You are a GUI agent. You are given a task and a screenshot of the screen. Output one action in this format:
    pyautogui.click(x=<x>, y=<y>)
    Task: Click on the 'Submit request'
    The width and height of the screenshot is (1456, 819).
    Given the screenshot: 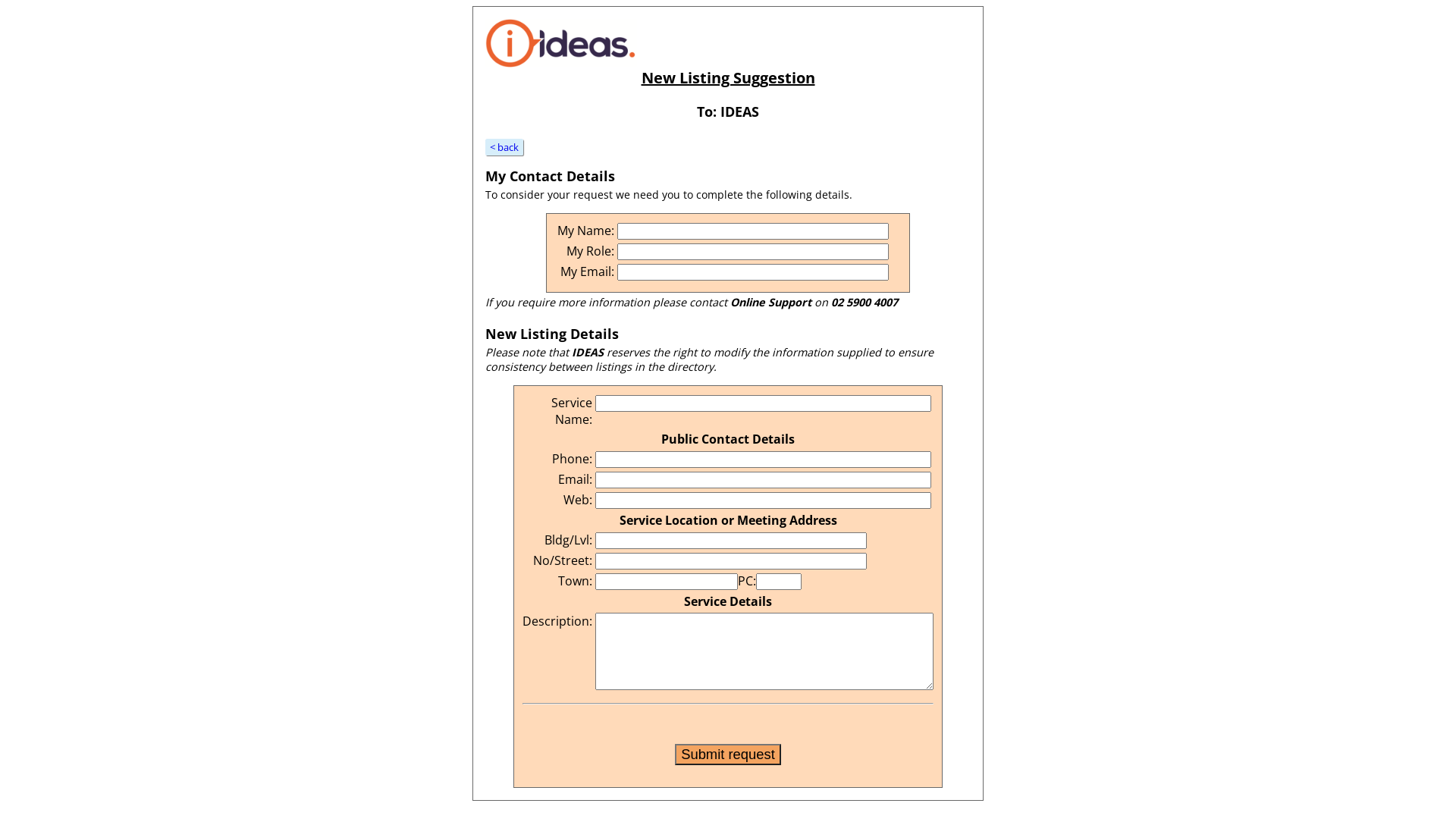 What is the action you would take?
    pyautogui.click(x=728, y=755)
    